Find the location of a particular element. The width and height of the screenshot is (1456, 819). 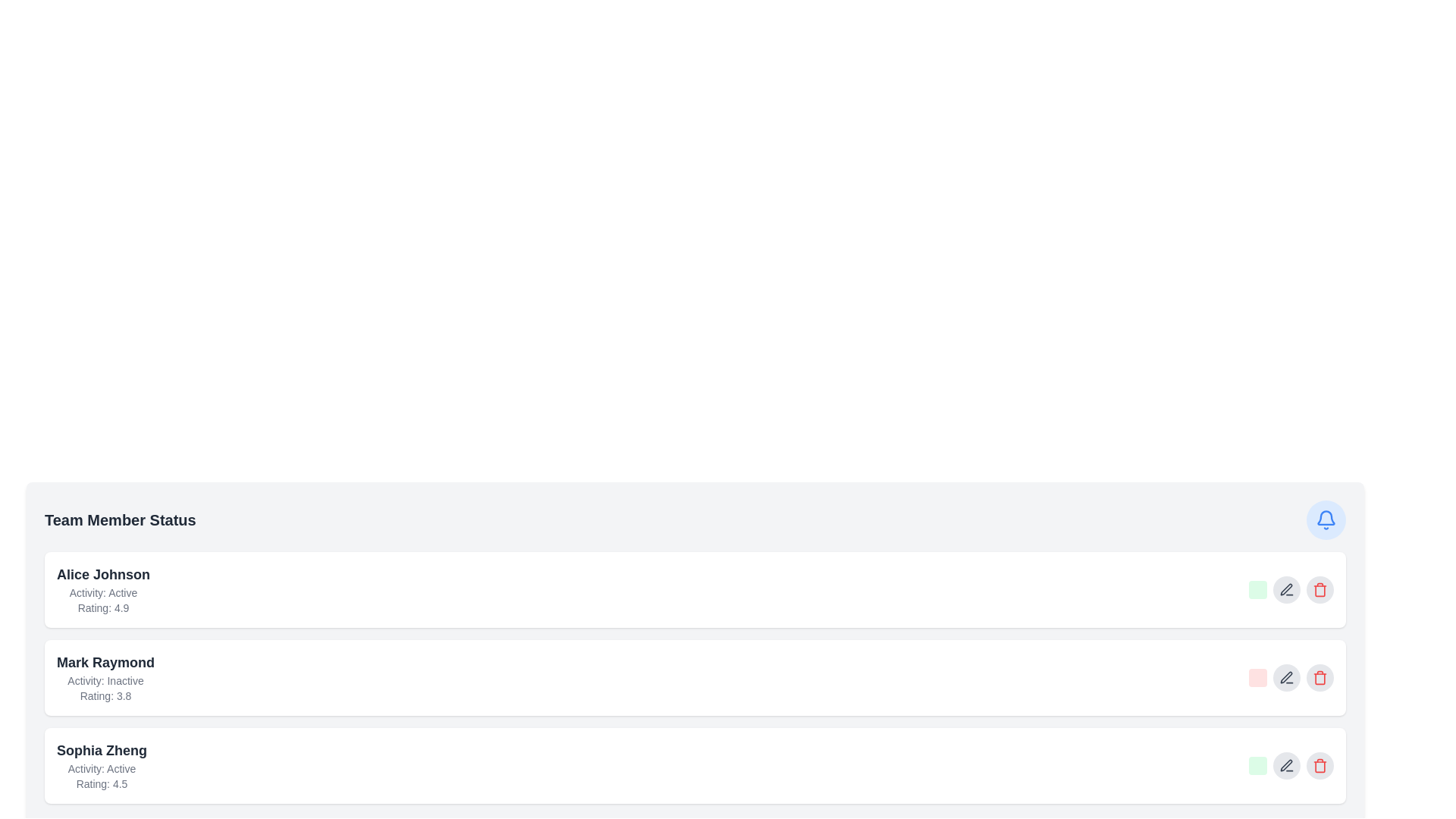

the text block displaying the summary of an individual’s name, activity status, and rating located in the third entry of the team member statuses list is located at coordinates (101, 766).